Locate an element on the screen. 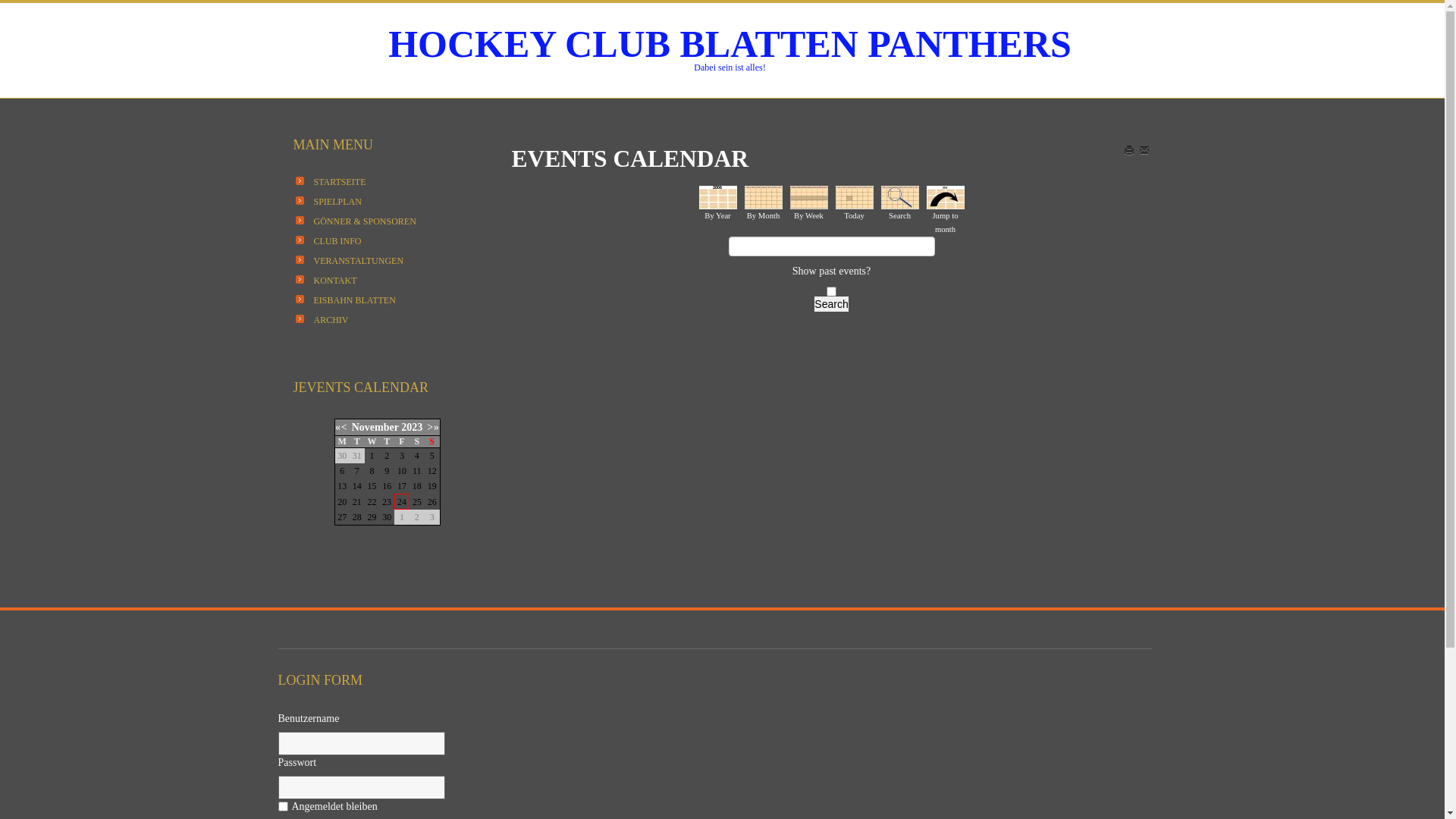  '8' is located at coordinates (371, 470).